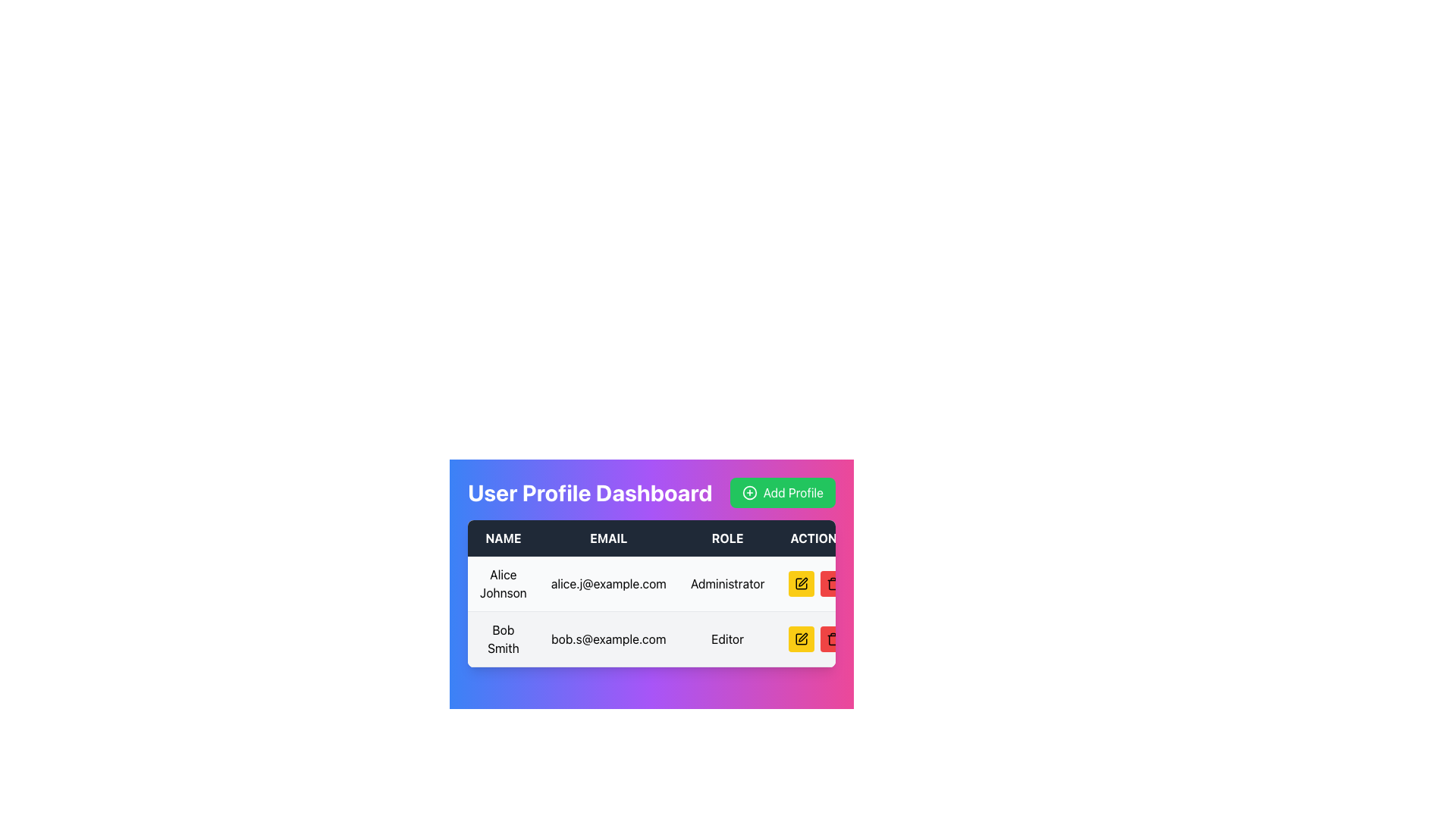  I want to click on the delete icon located in the 'Action' column of the last row in the user profile management system, so click(833, 640).